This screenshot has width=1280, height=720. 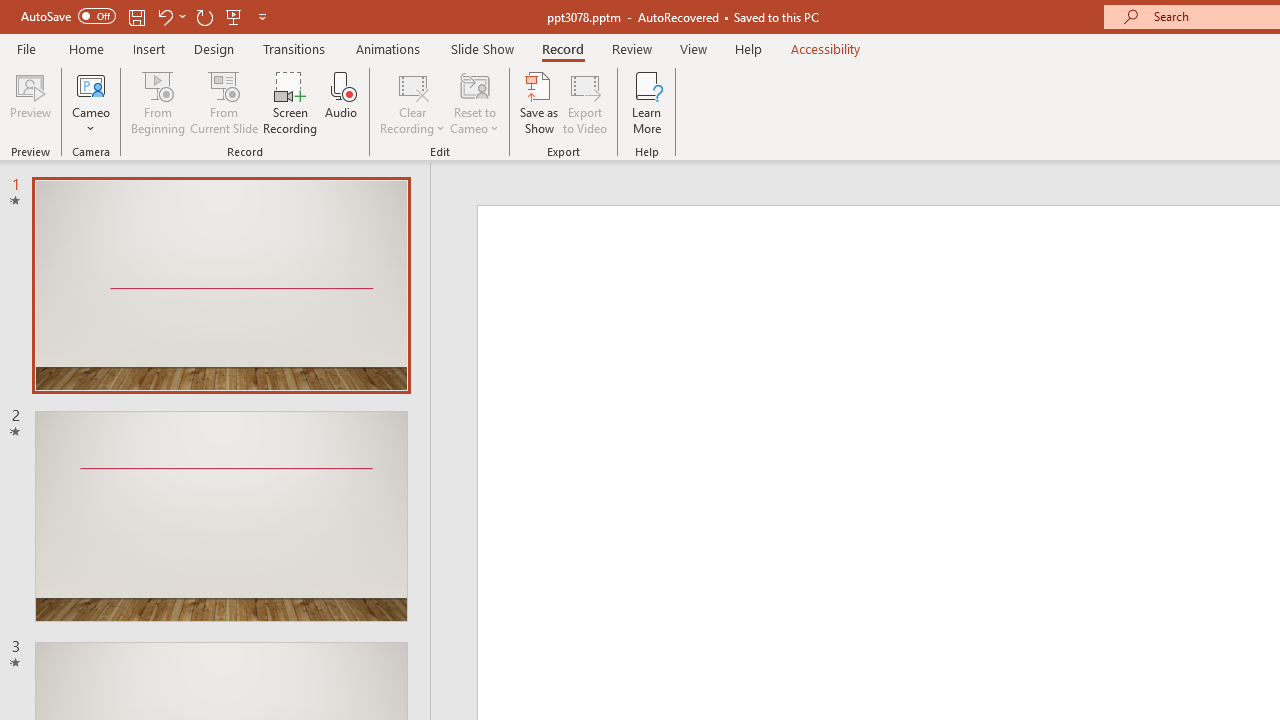 What do you see at coordinates (90, 84) in the screenshot?
I see `'Cameo'` at bounding box center [90, 84].